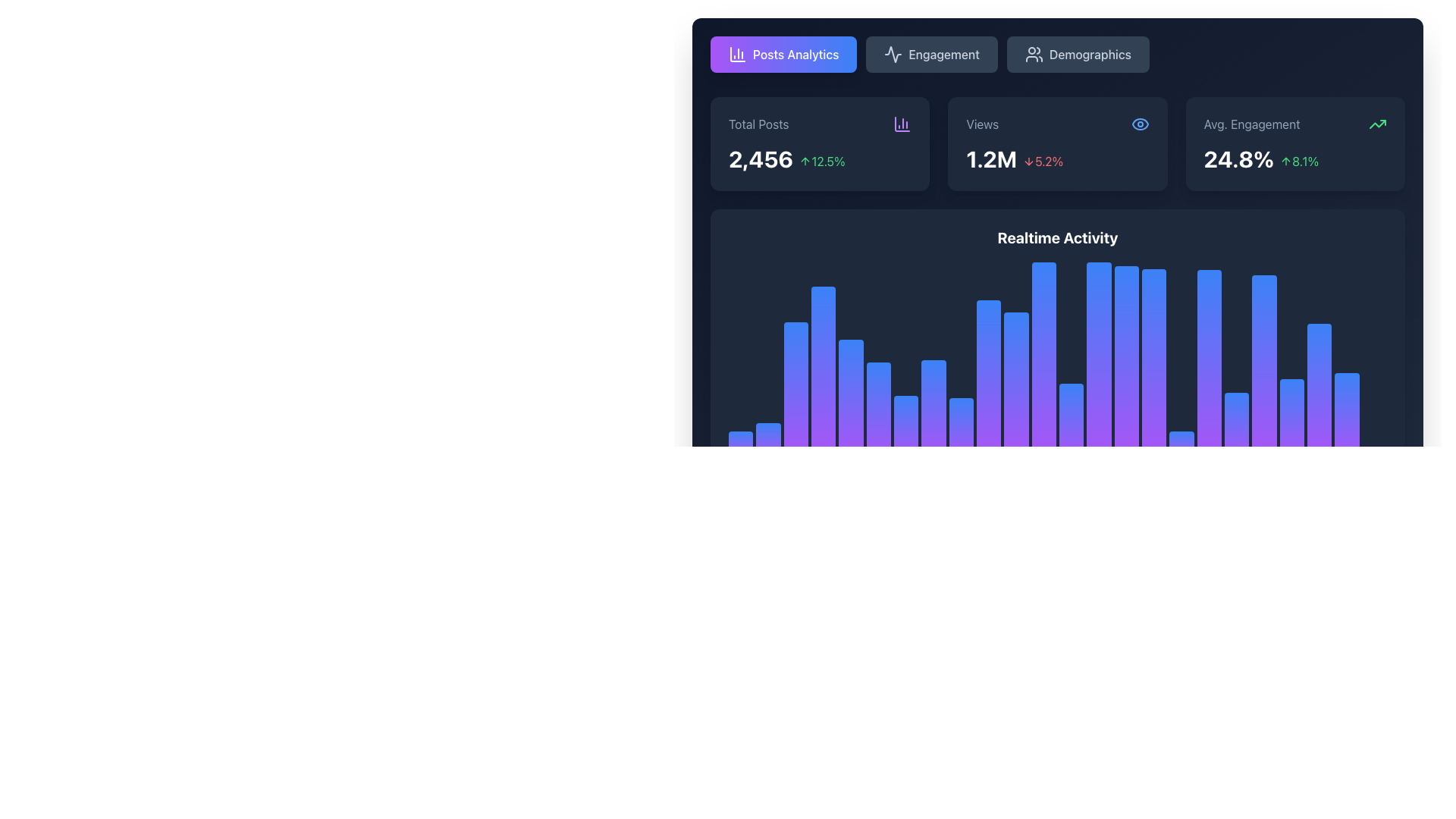 The height and width of the screenshot is (819, 1456). I want to click on displayed information from the Statistical Display Component that shows a bold white percentage value and a smaller green percentage value with an upward arrow icon, located in the rightmost card of the top row of the dashboard, so click(1294, 158).